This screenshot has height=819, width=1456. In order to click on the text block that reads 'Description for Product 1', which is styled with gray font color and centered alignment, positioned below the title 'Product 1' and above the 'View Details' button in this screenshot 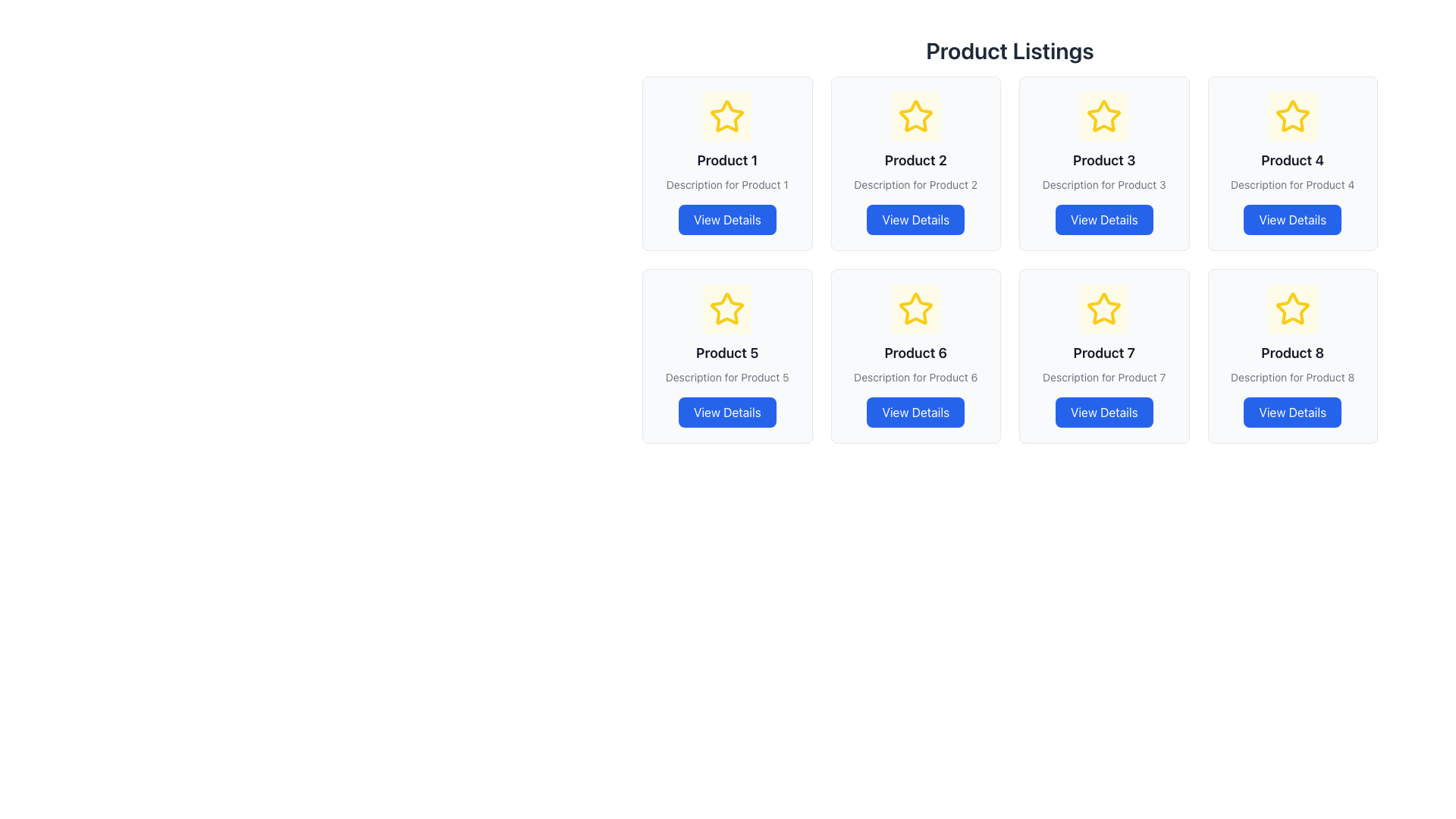, I will do `click(726, 184)`.